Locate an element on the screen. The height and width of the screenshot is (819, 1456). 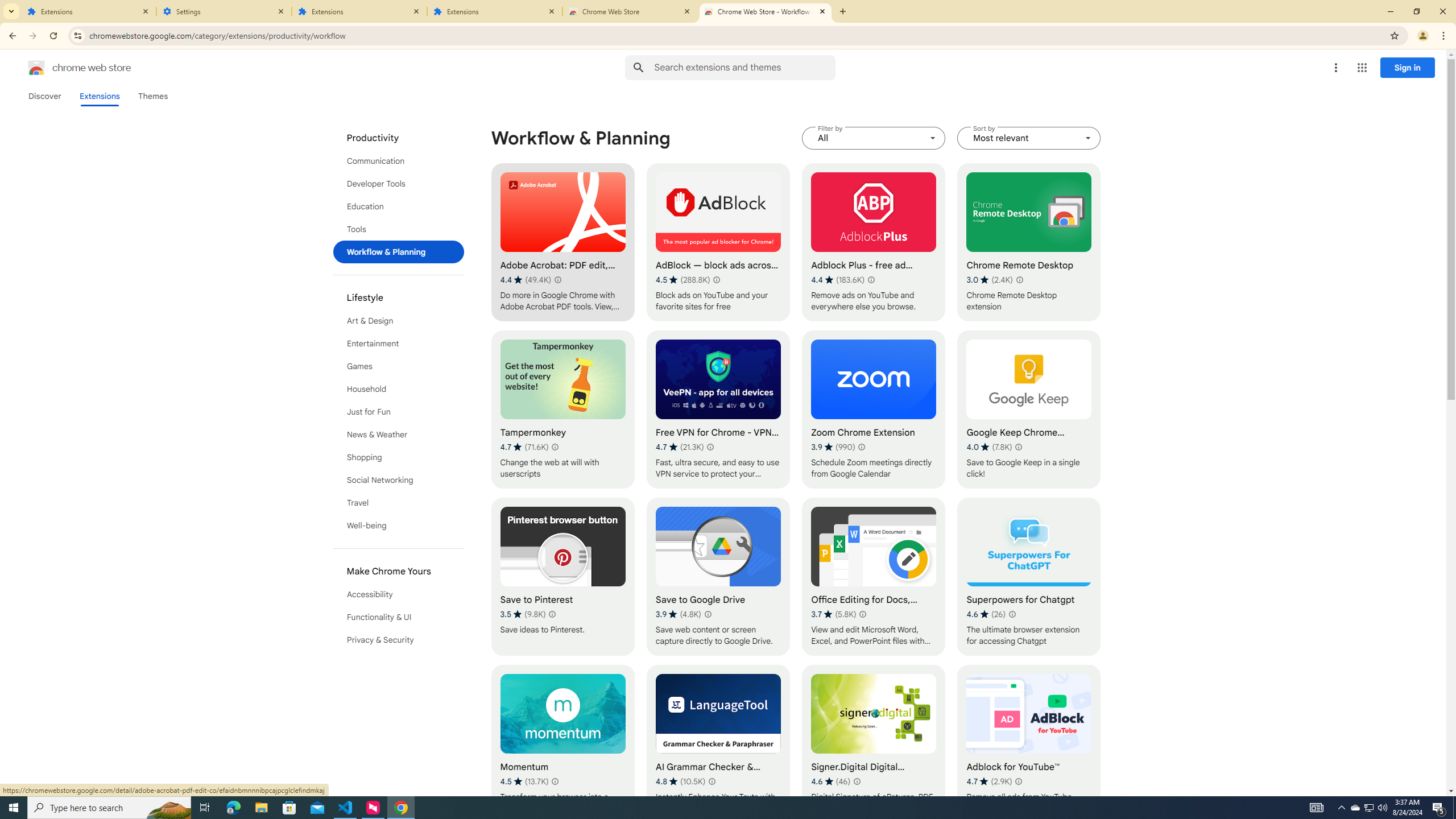
'Themes' is located at coordinates (152, 96).